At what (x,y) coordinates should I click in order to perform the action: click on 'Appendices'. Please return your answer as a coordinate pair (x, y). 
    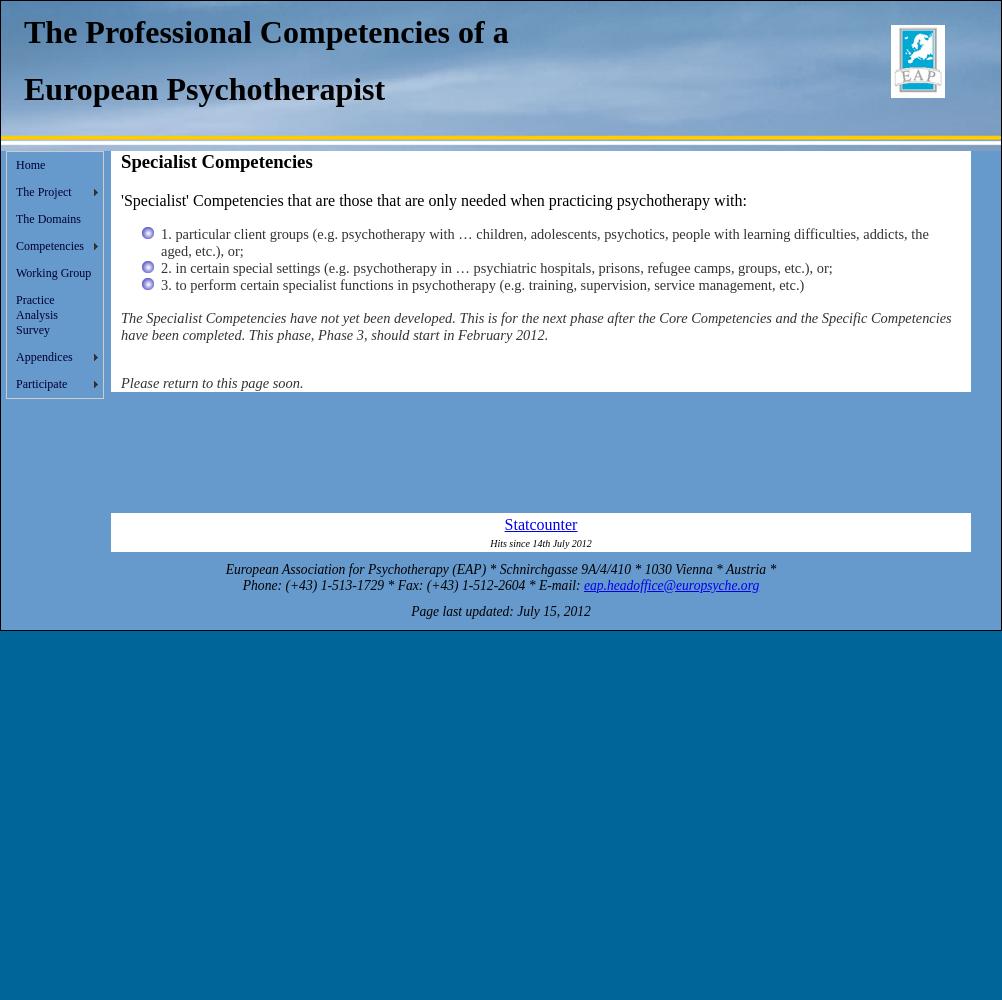
    Looking at the image, I should click on (43, 356).